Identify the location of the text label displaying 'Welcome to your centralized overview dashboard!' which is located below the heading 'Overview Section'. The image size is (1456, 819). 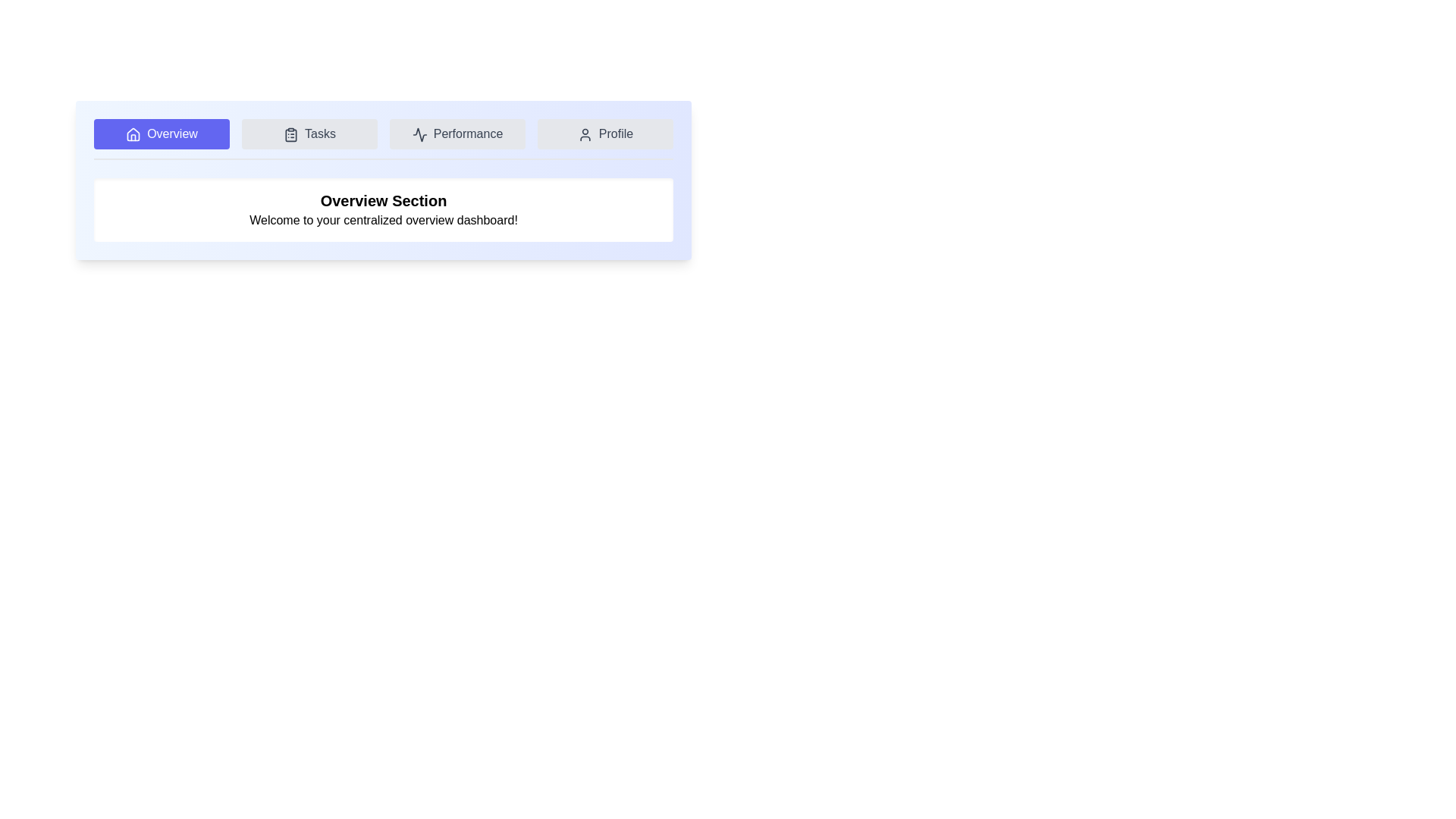
(383, 220).